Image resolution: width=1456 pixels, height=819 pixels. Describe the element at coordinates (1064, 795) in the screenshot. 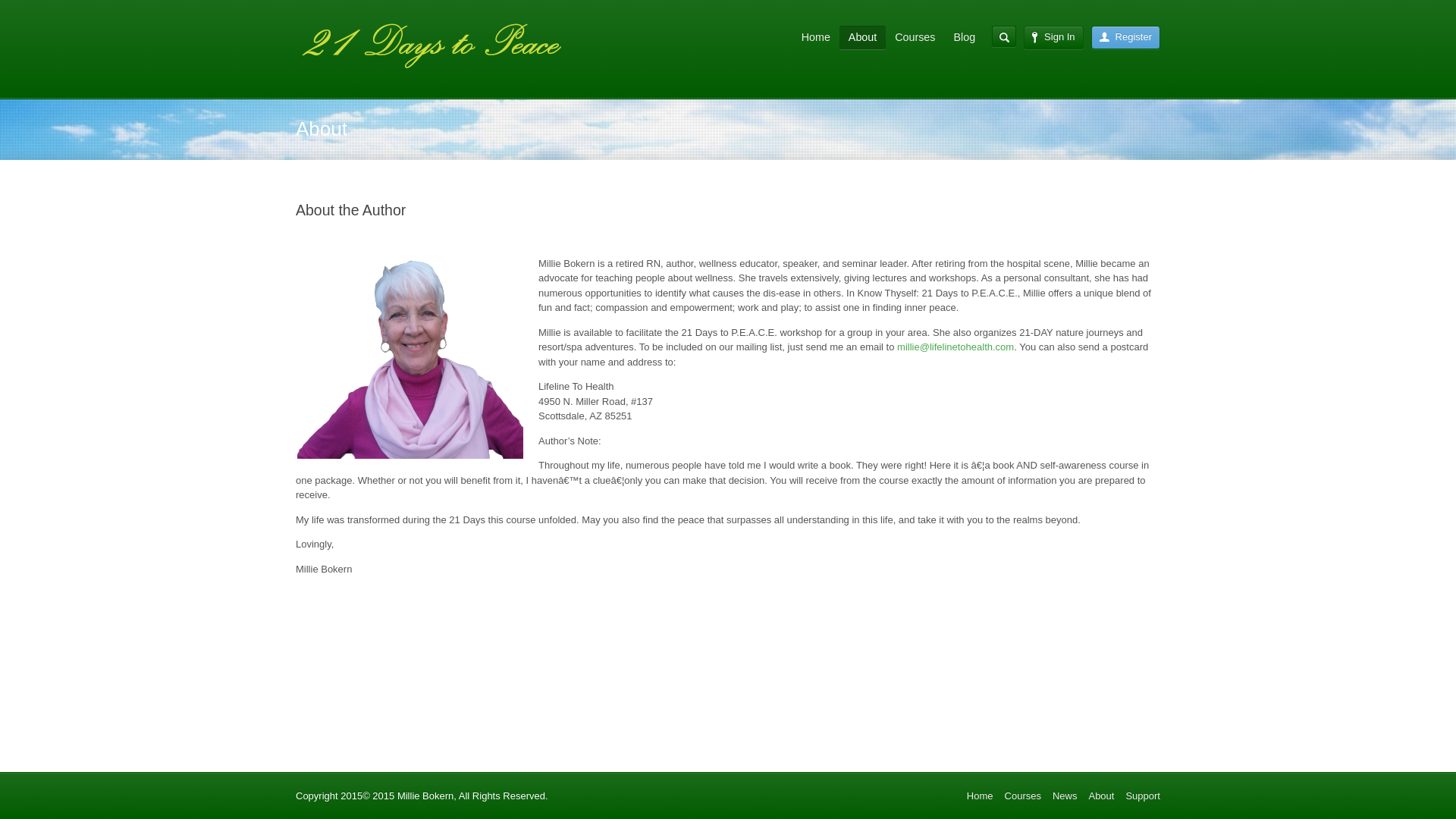

I see `'News'` at that location.